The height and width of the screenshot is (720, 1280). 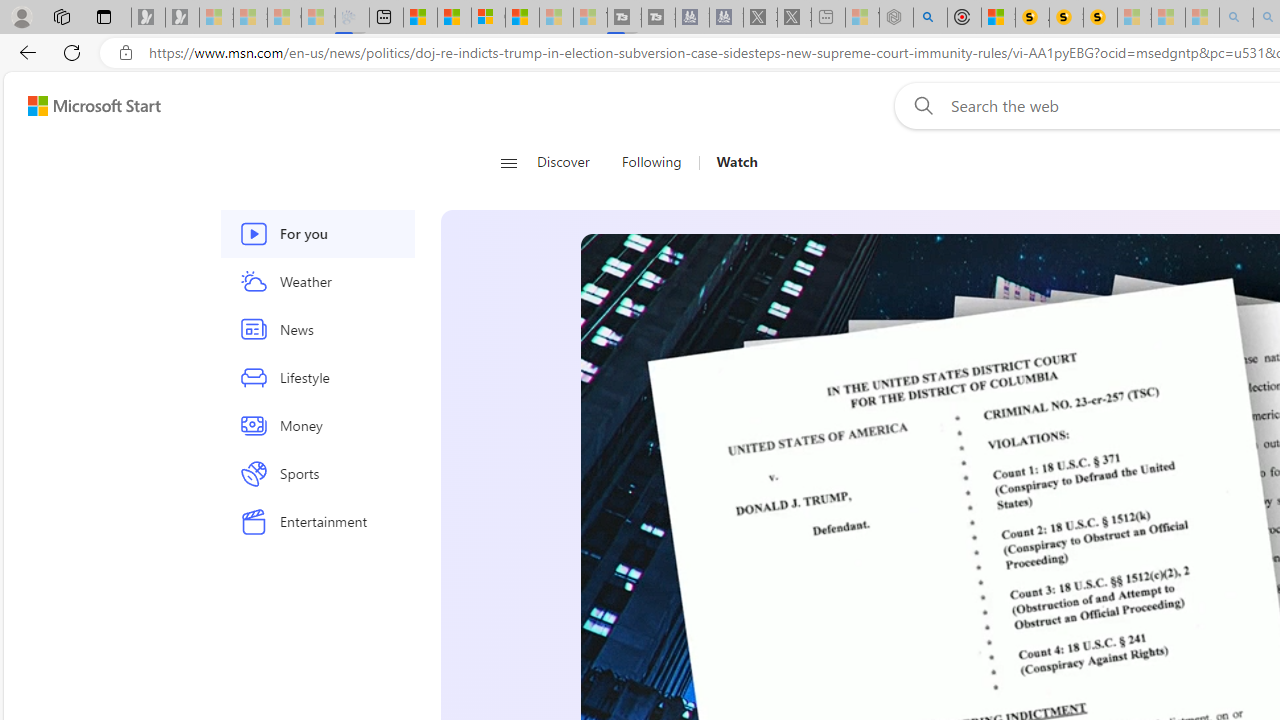 What do you see at coordinates (1235, 17) in the screenshot?
I see `'amazon - Search - Sleeping'` at bounding box center [1235, 17].